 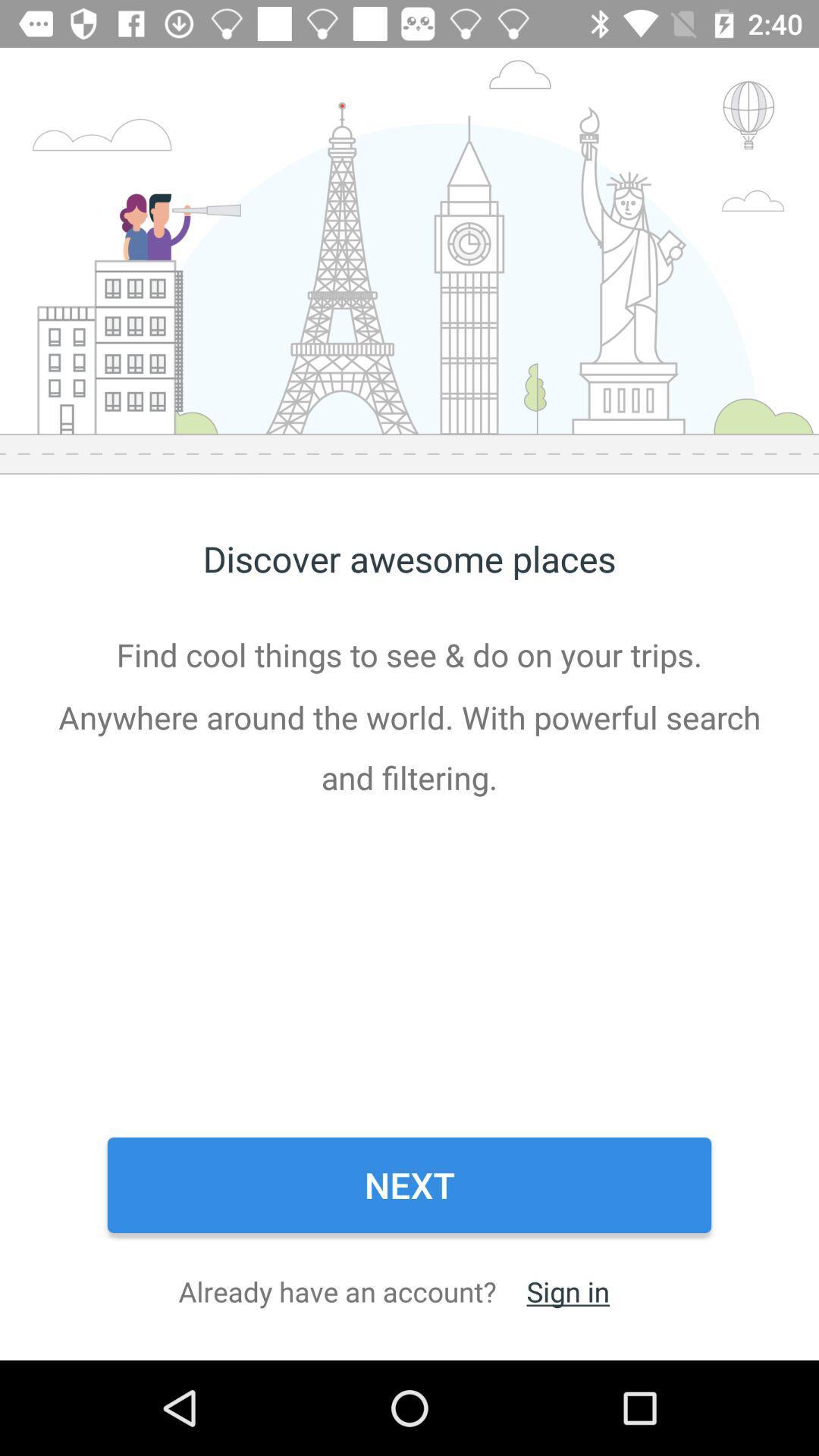 I want to click on the item to the right of the already have an item, so click(x=568, y=1291).